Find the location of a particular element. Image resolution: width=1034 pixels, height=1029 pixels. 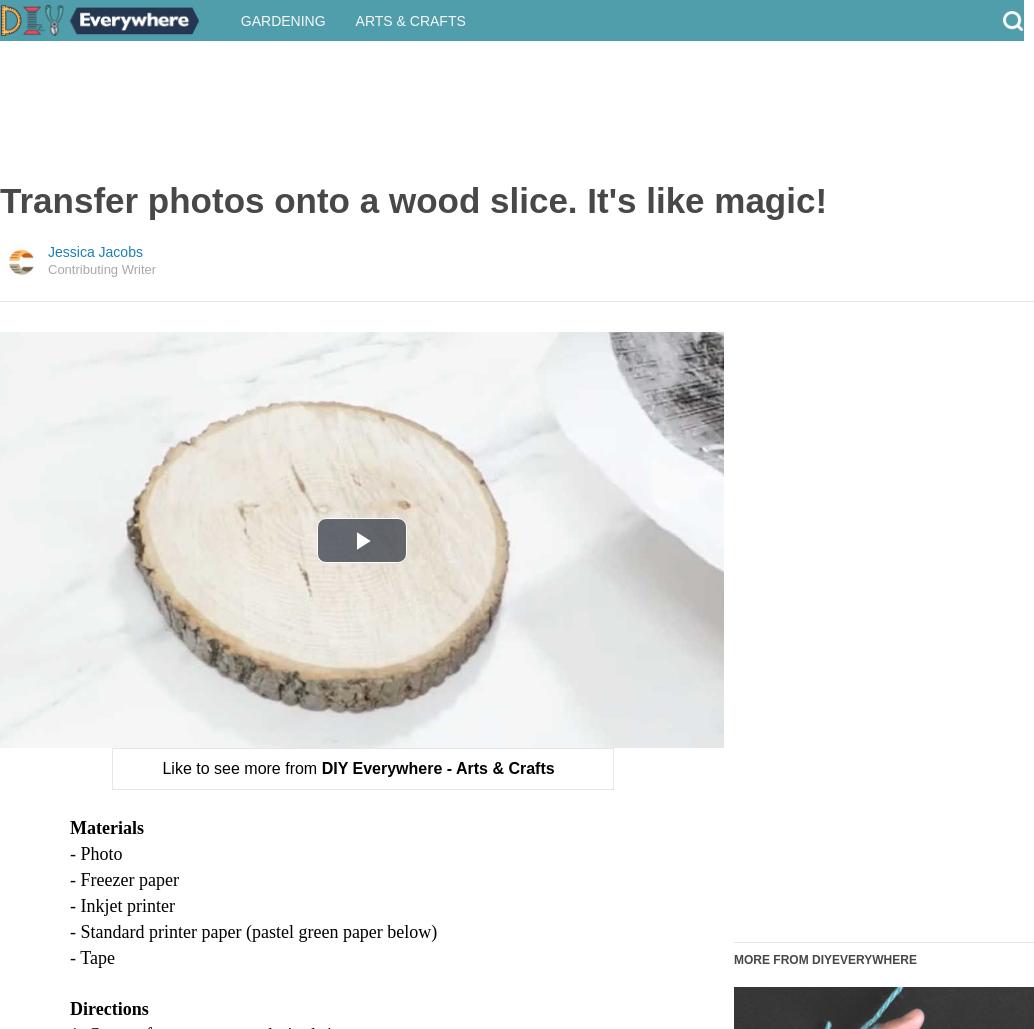

'Transfer photos onto a wood slice. It's like magic!' is located at coordinates (412, 219).